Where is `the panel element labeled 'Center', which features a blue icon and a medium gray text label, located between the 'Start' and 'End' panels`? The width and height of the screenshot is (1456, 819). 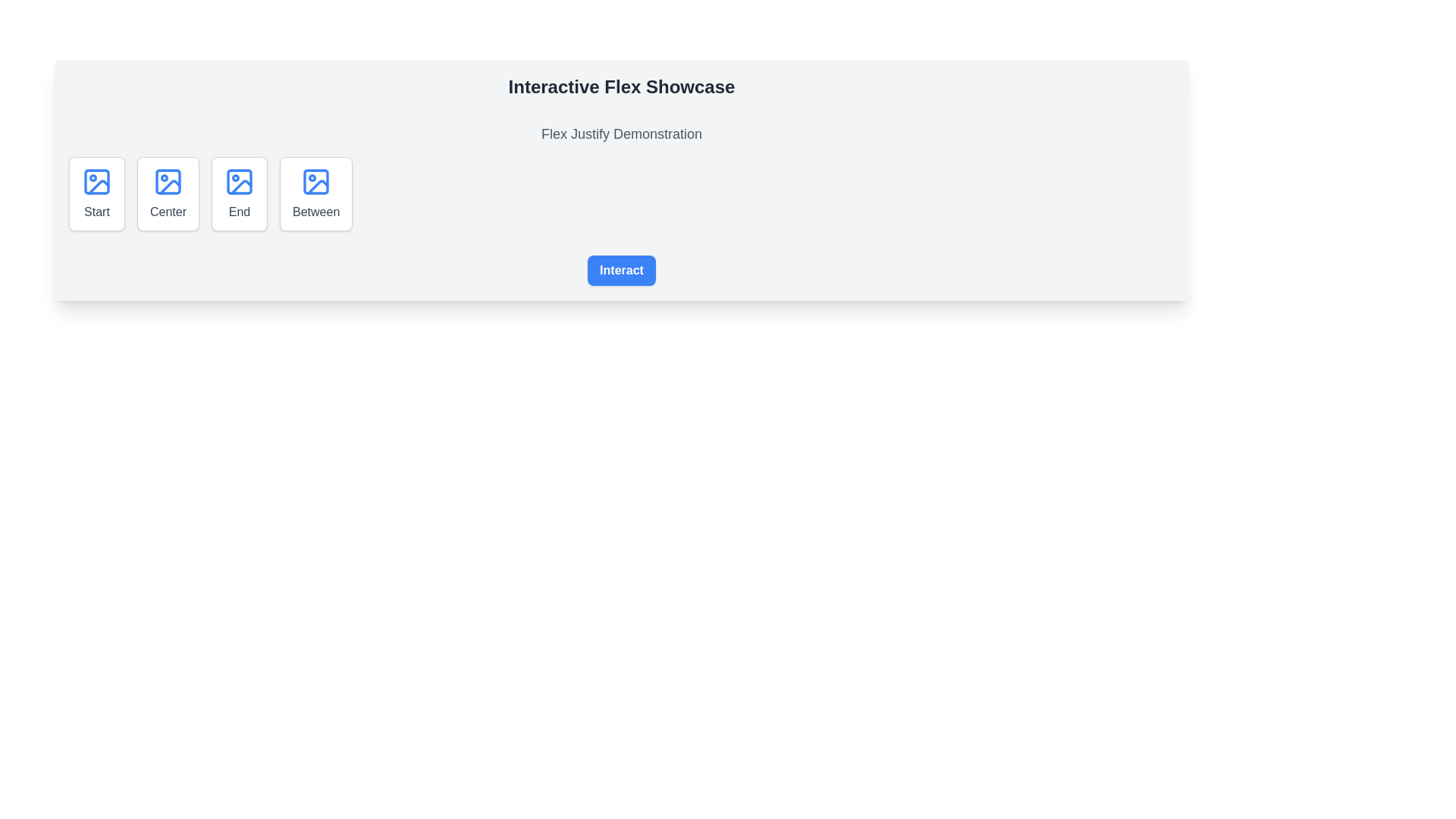 the panel element labeled 'Center', which features a blue icon and a medium gray text label, located between the 'Start' and 'End' panels is located at coordinates (168, 193).